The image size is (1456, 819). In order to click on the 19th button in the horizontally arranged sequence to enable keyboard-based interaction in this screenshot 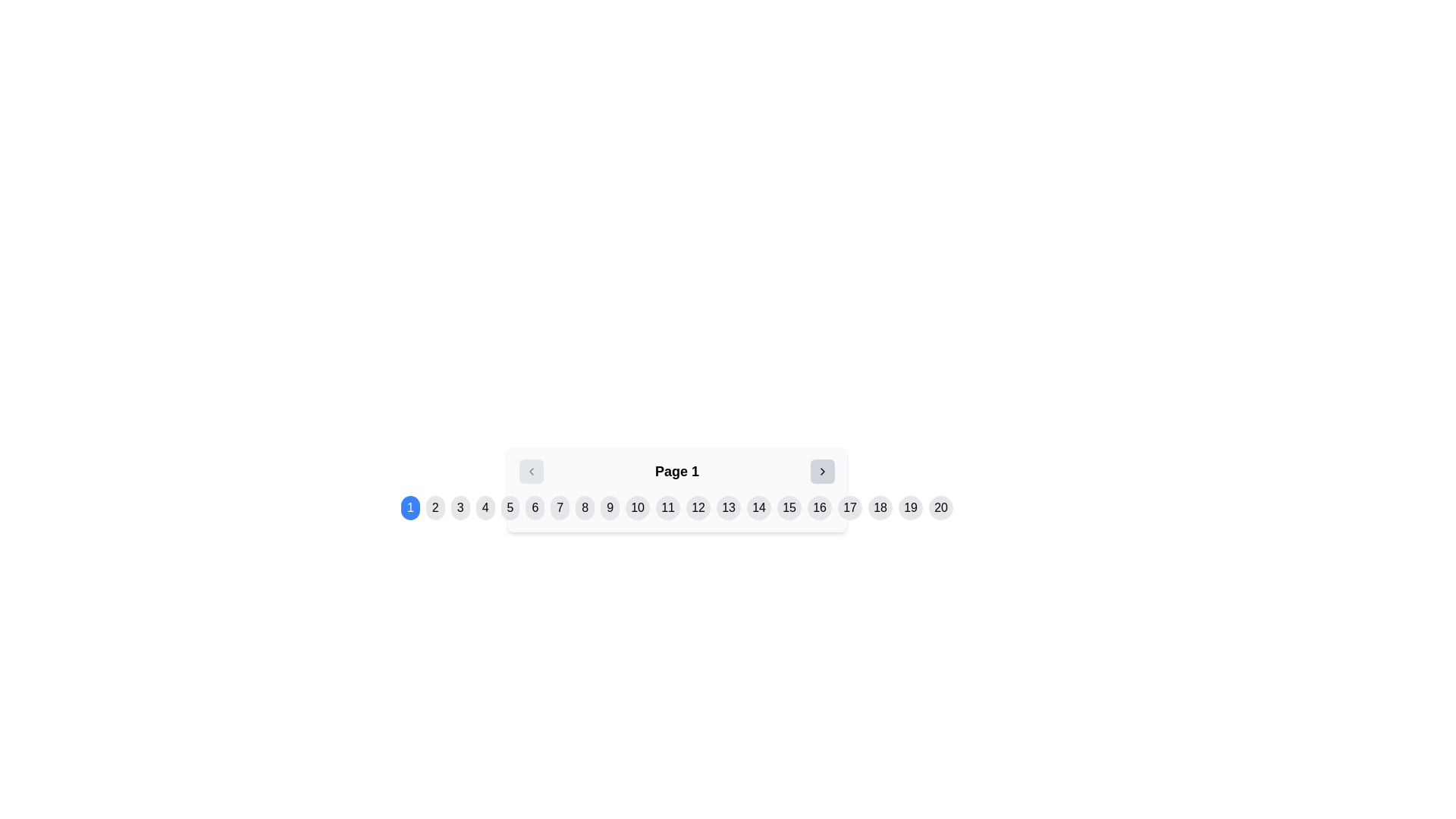, I will do `click(910, 508)`.